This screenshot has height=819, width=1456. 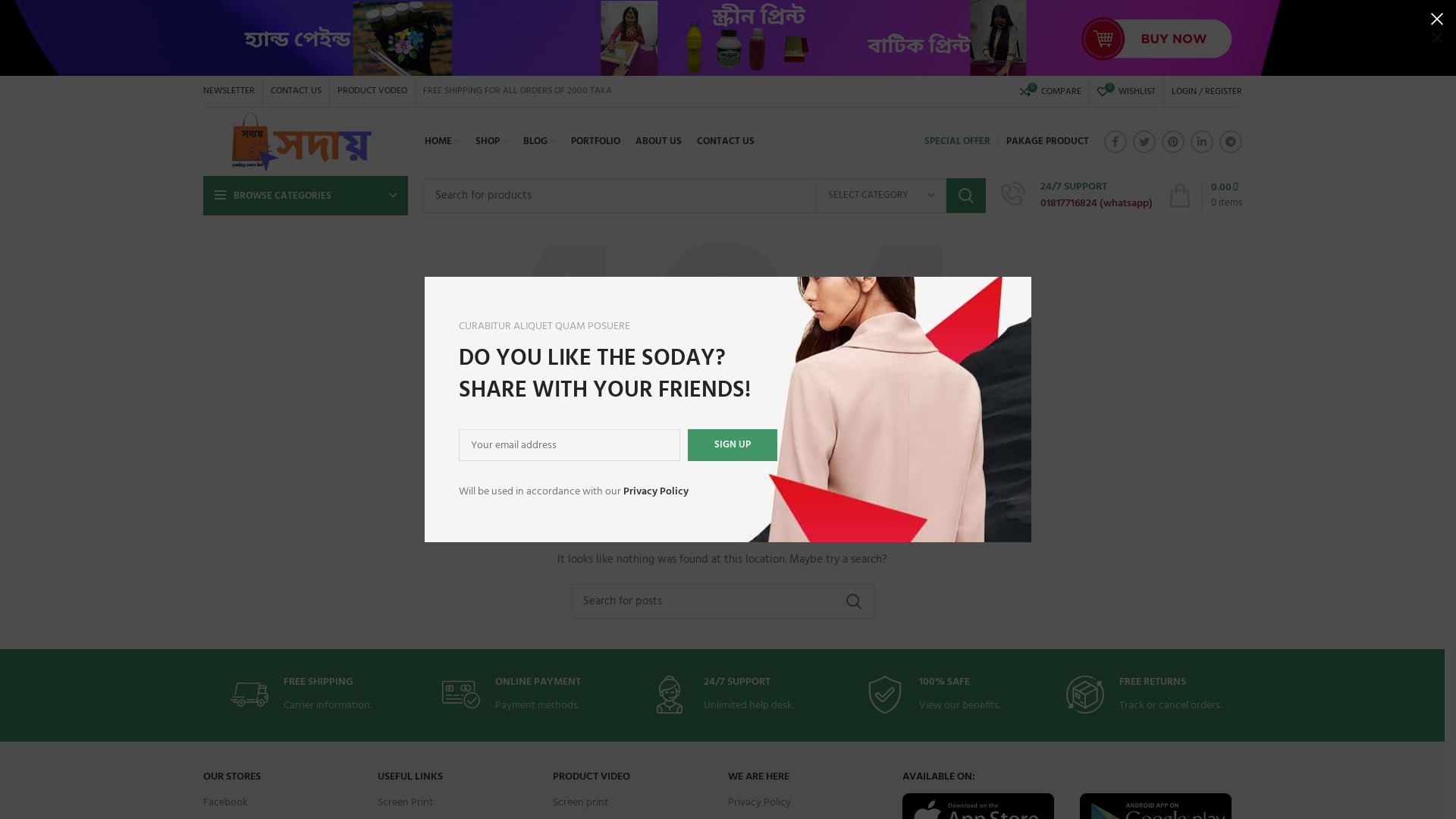 I want to click on 'FREE RETURNS, so click(x=1144, y=695).